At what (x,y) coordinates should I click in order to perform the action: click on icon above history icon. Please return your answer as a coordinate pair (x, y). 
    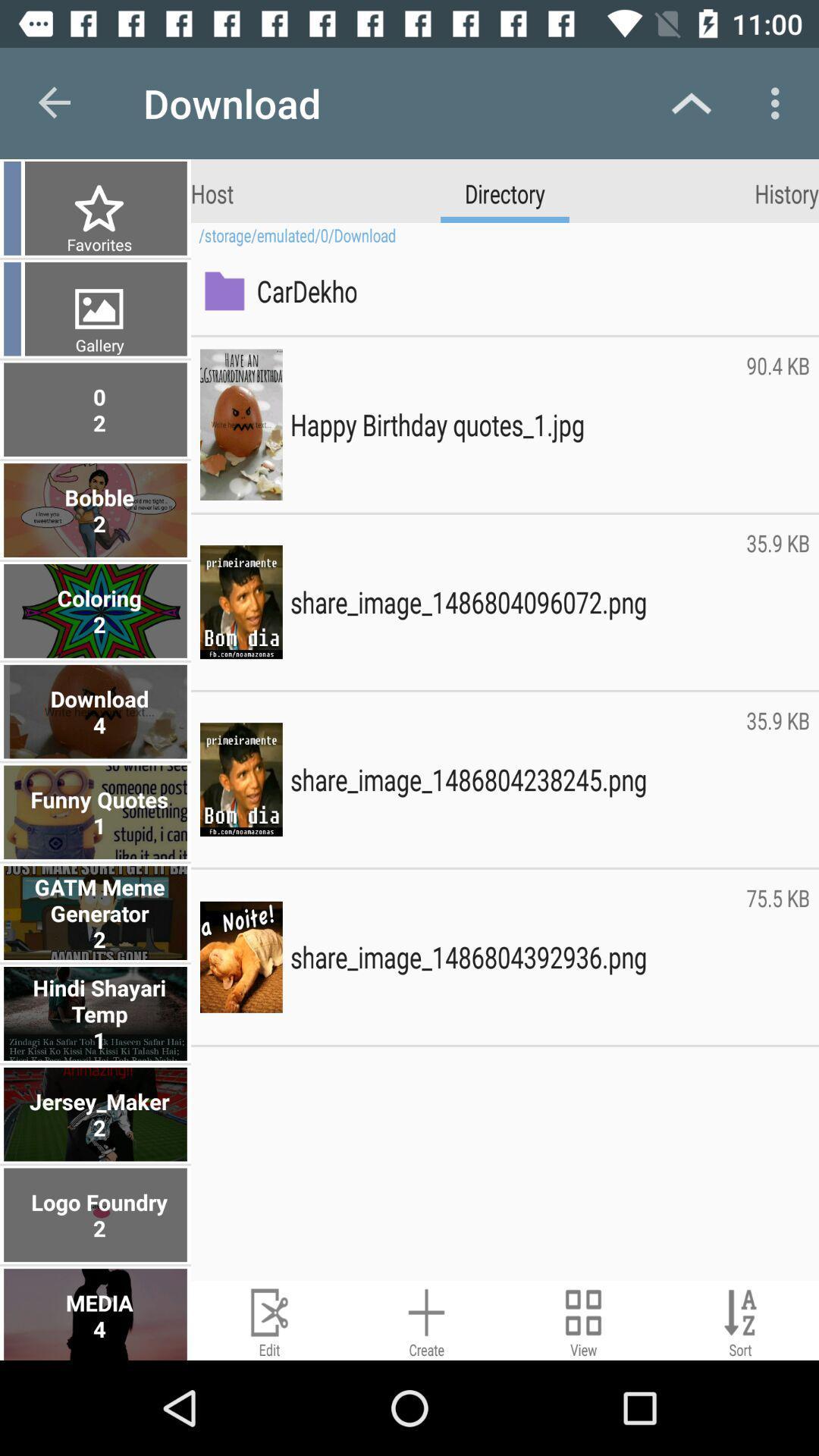
    Looking at the image, I should click on (779, 102).